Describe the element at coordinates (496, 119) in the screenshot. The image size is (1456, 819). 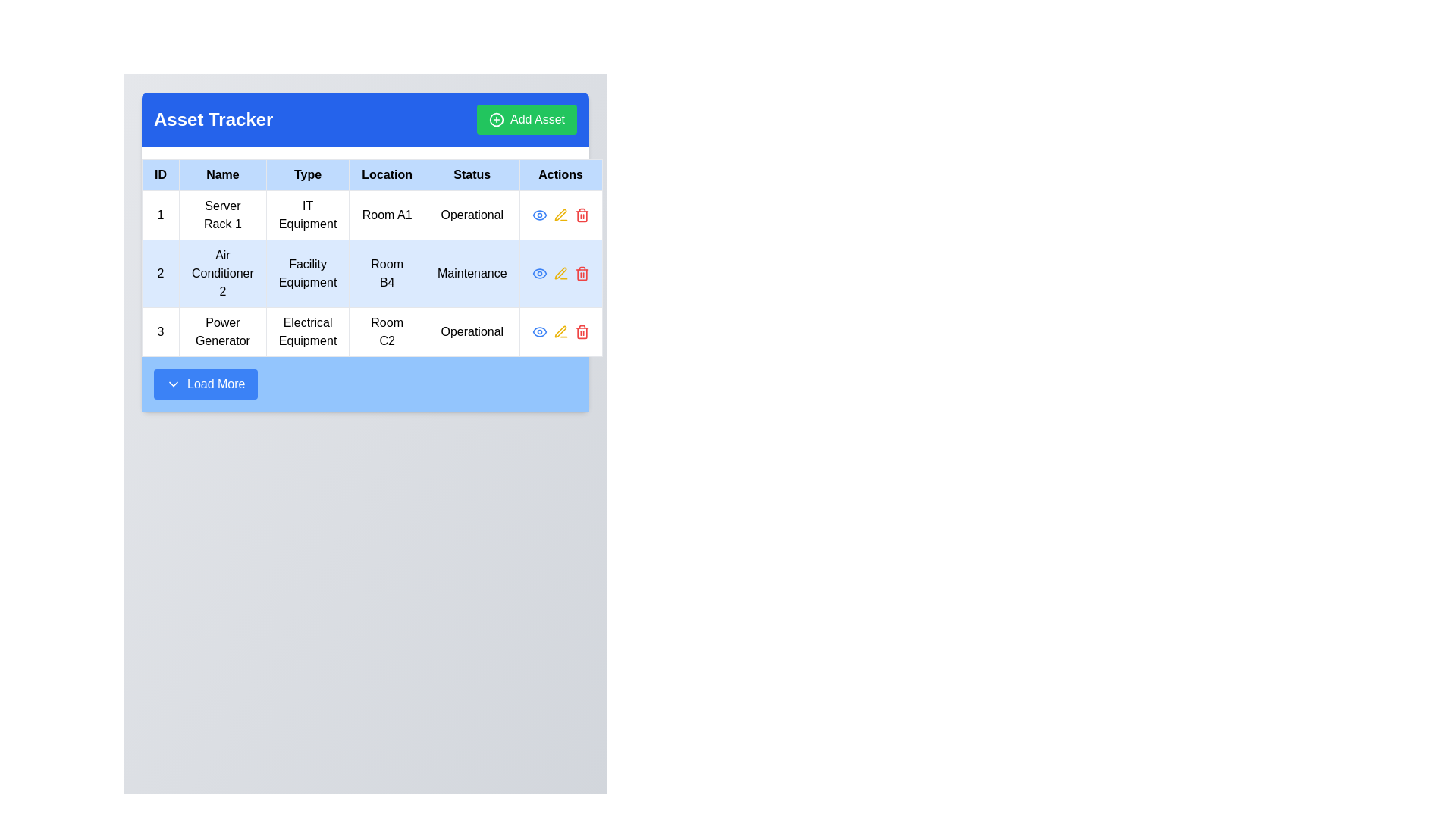
I see `the icon that symbolizes the action` at that location.